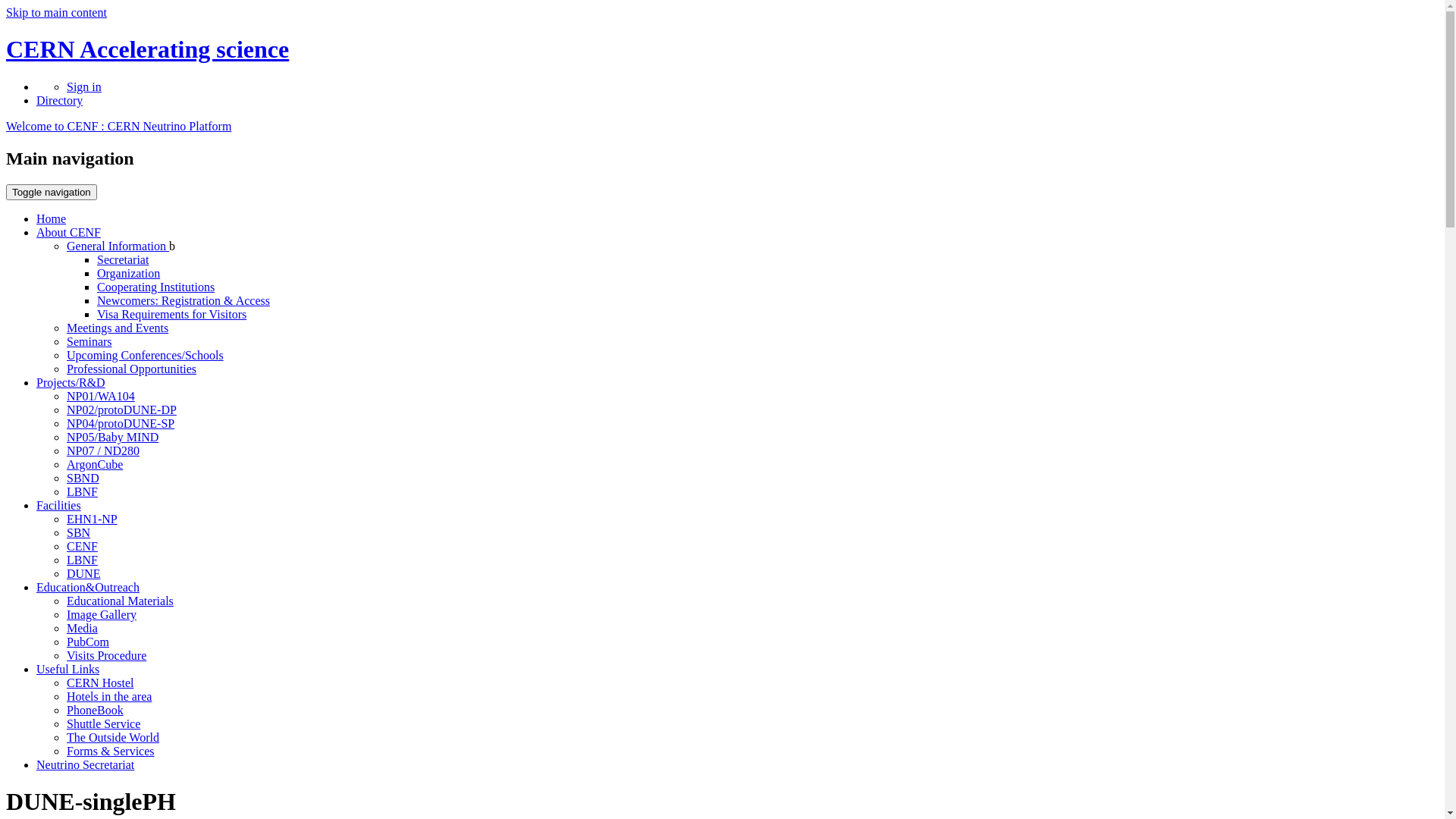 The image size is (1456, 819). I want to click on 'Visits Procedure', so click(105, 654).